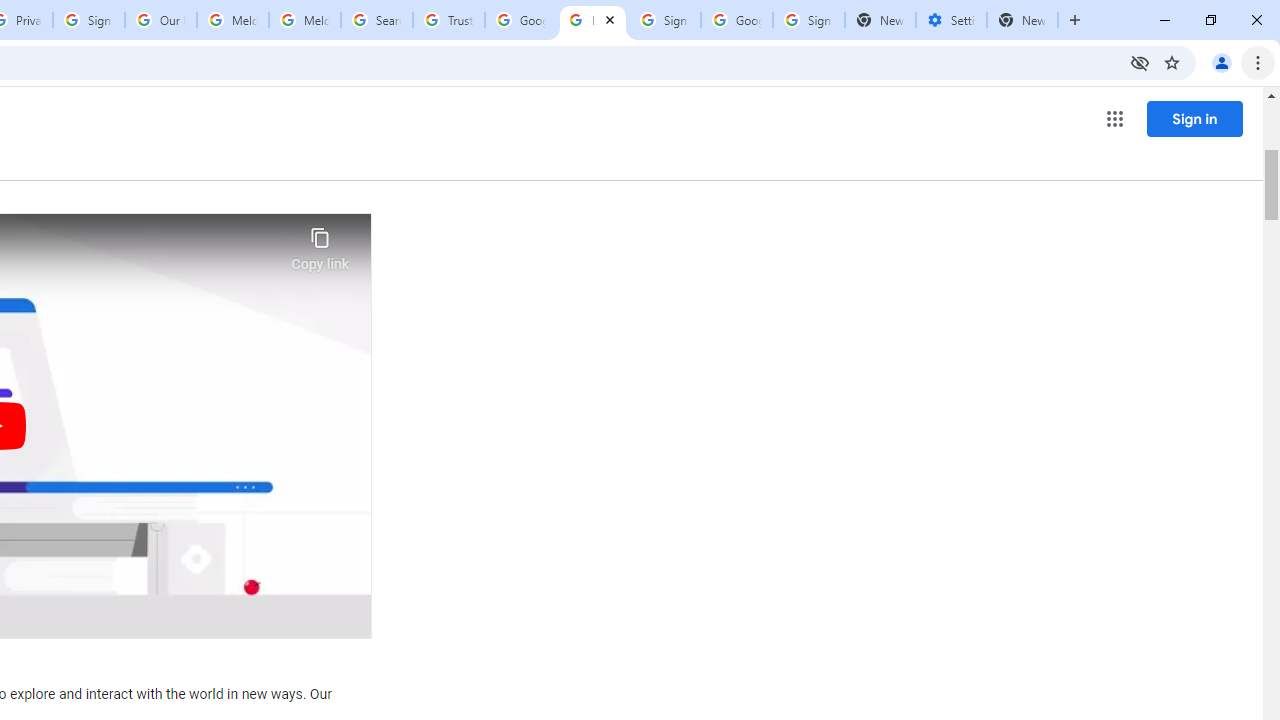 This screenshot has height=720, width=1280. Describe the element at coordinates (950, 20) in the screenshot. I see `'Settings - Addresses and more'` at that location.